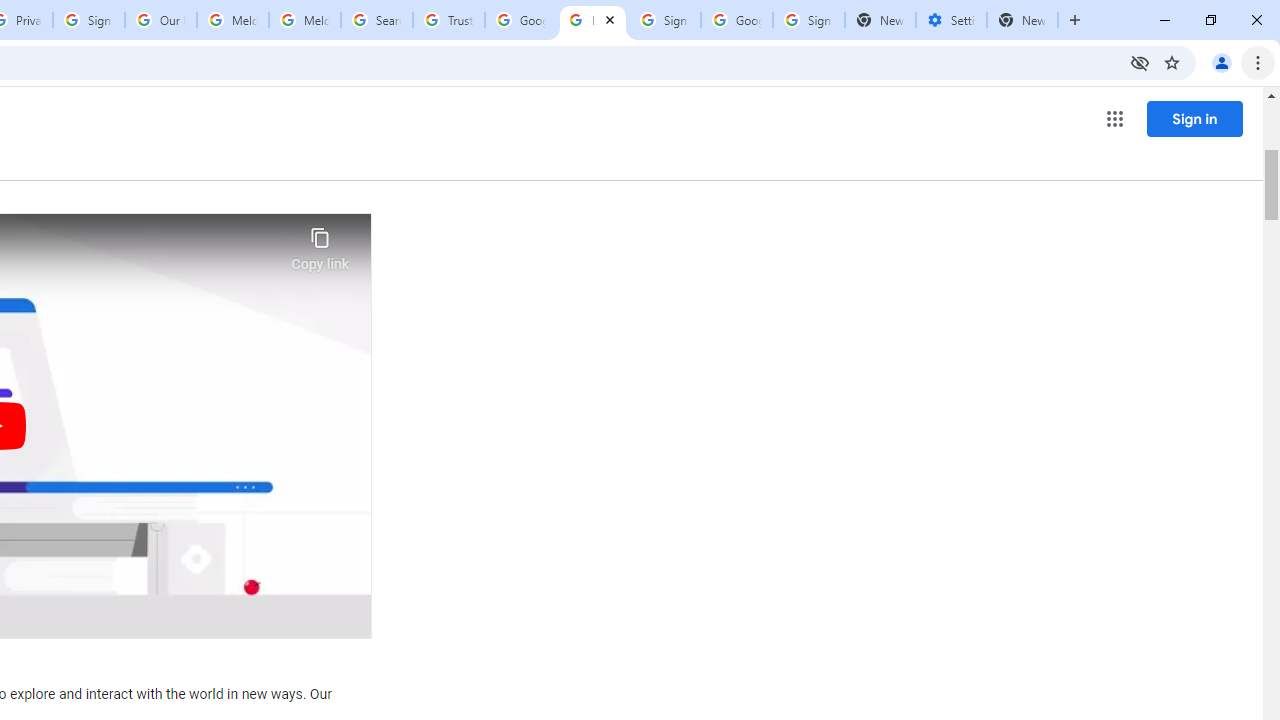 This screenshot has height=720, width=1280. Describe the element at coordinates (950, 20) in the screenshot. I see `'Settings - Addresses and more'` at that location.